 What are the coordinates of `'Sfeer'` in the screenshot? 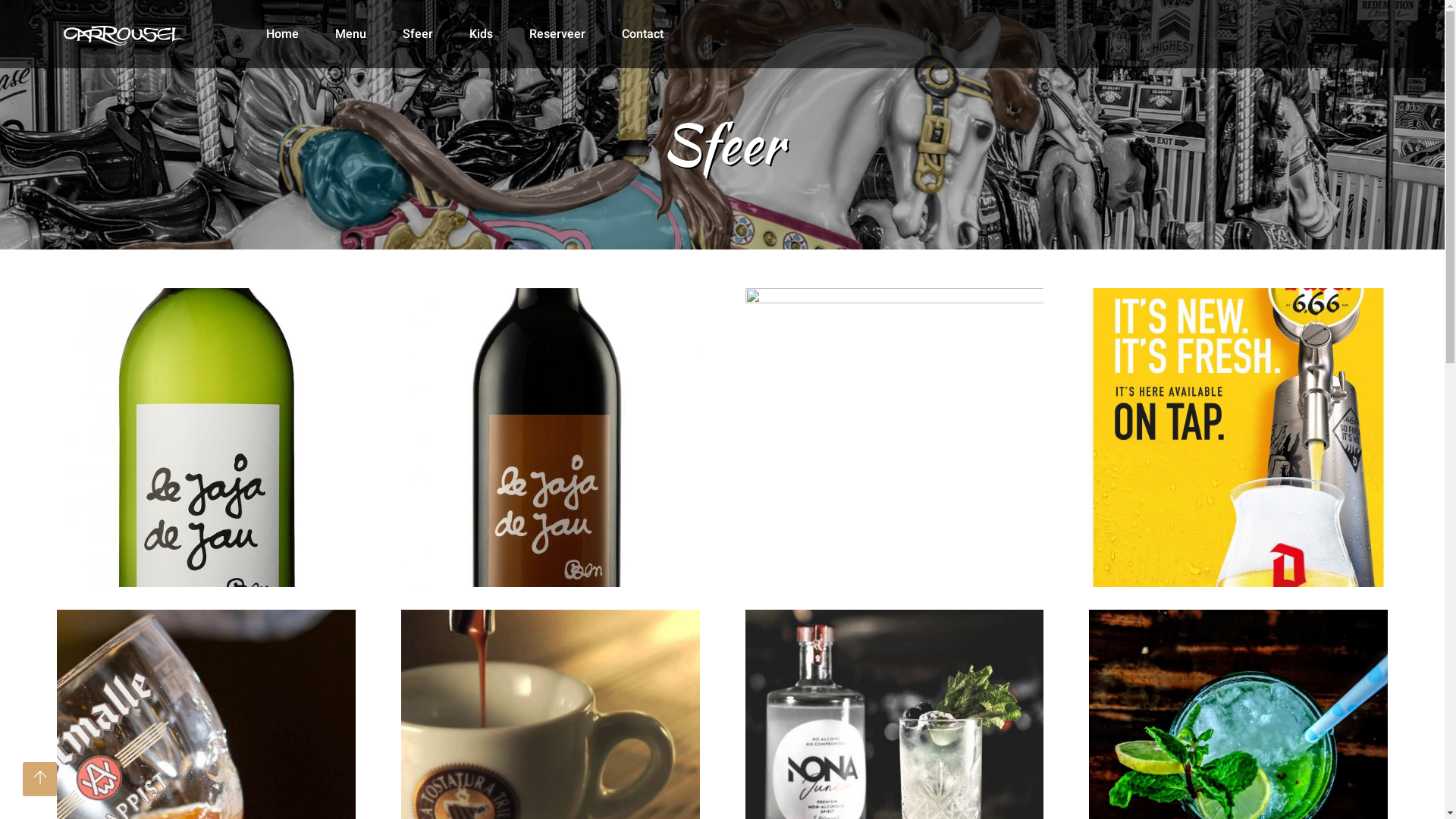 It's located at (418, 34).